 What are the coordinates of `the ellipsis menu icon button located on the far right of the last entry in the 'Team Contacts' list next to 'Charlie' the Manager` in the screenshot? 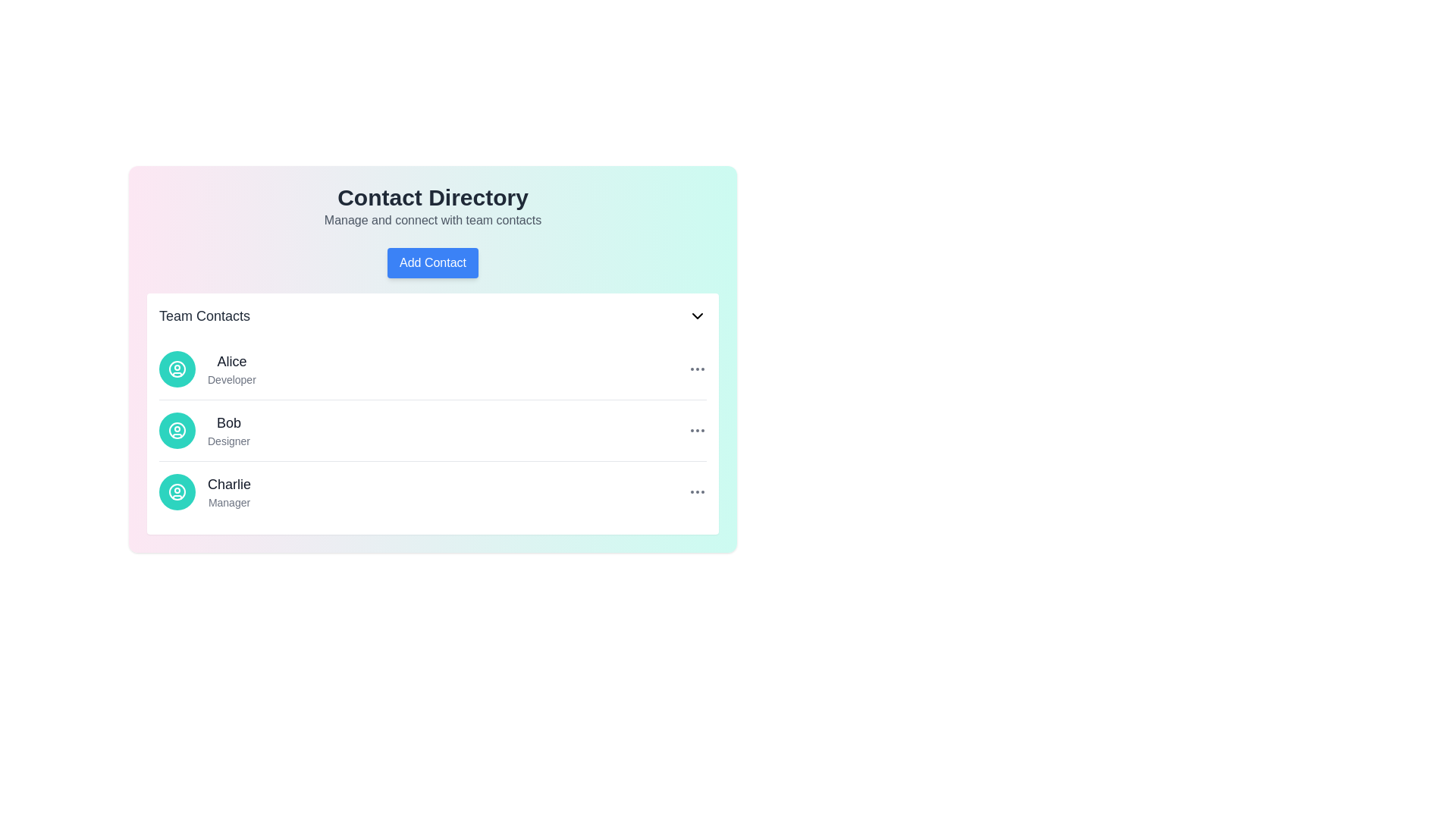 It's located at (697, 491).